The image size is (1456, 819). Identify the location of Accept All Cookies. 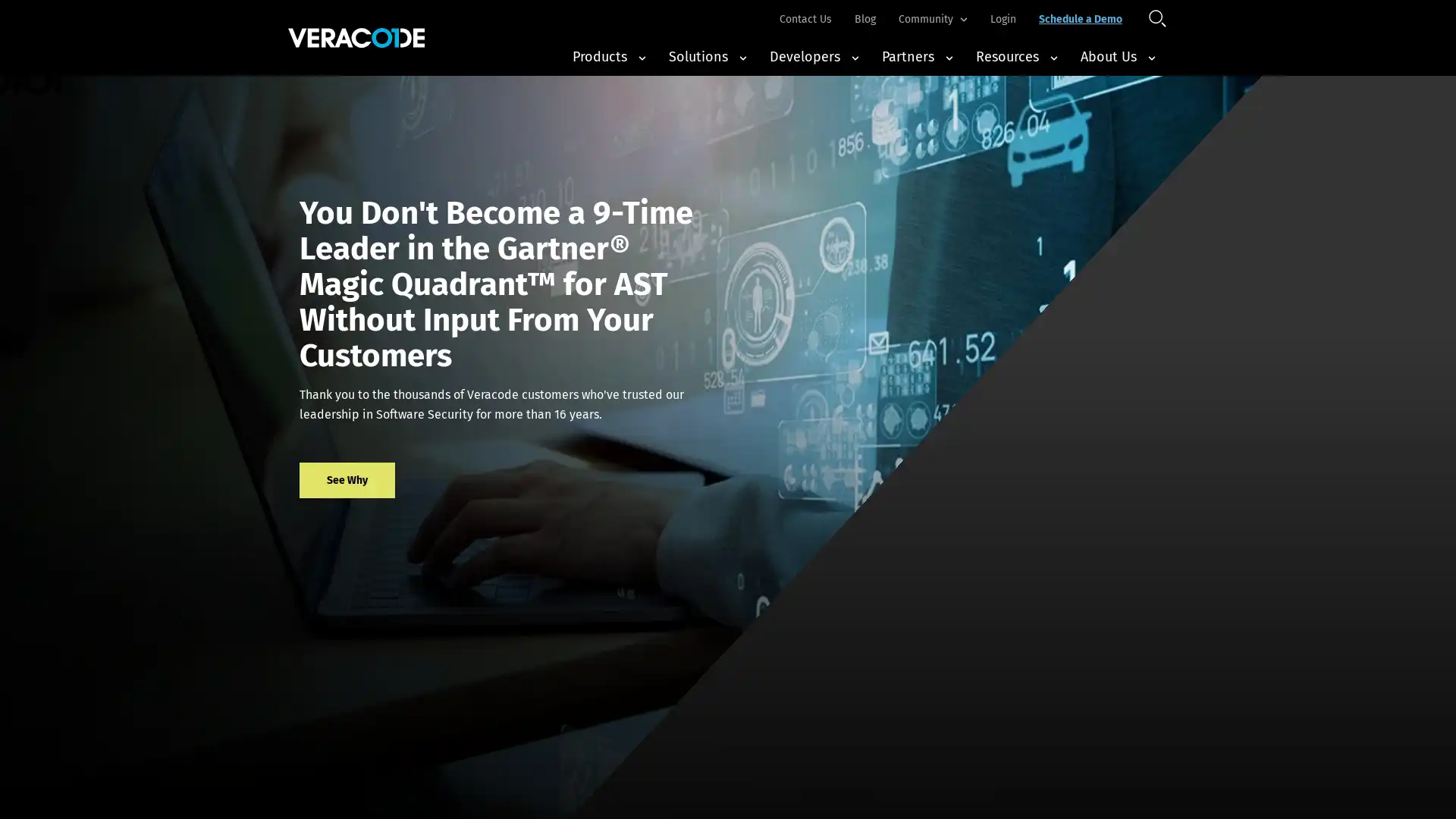
(1116, 761).